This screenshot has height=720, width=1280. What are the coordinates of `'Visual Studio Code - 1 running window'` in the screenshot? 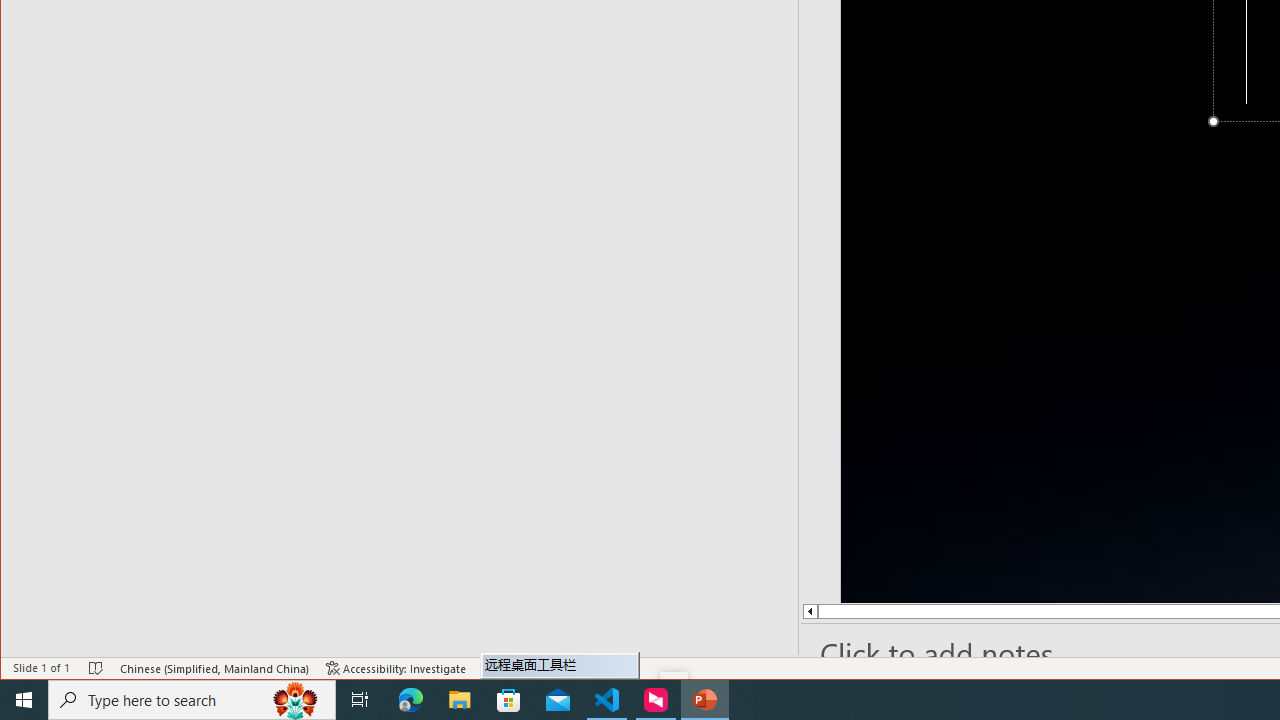 It's located at (606, 698).